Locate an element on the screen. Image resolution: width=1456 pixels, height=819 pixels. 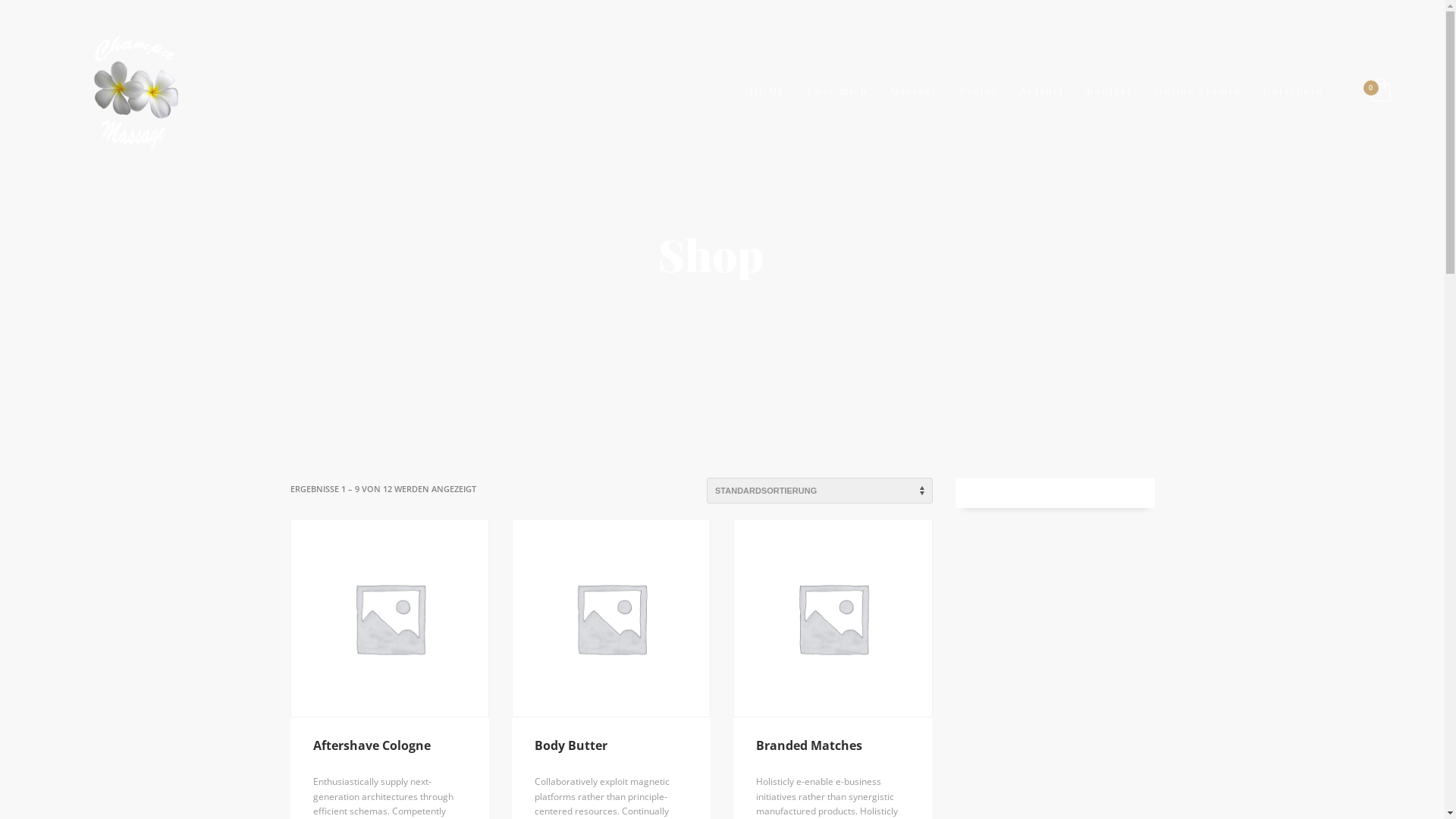
'Auftragskonto ansehen' is located at coordinates (1362, 90).